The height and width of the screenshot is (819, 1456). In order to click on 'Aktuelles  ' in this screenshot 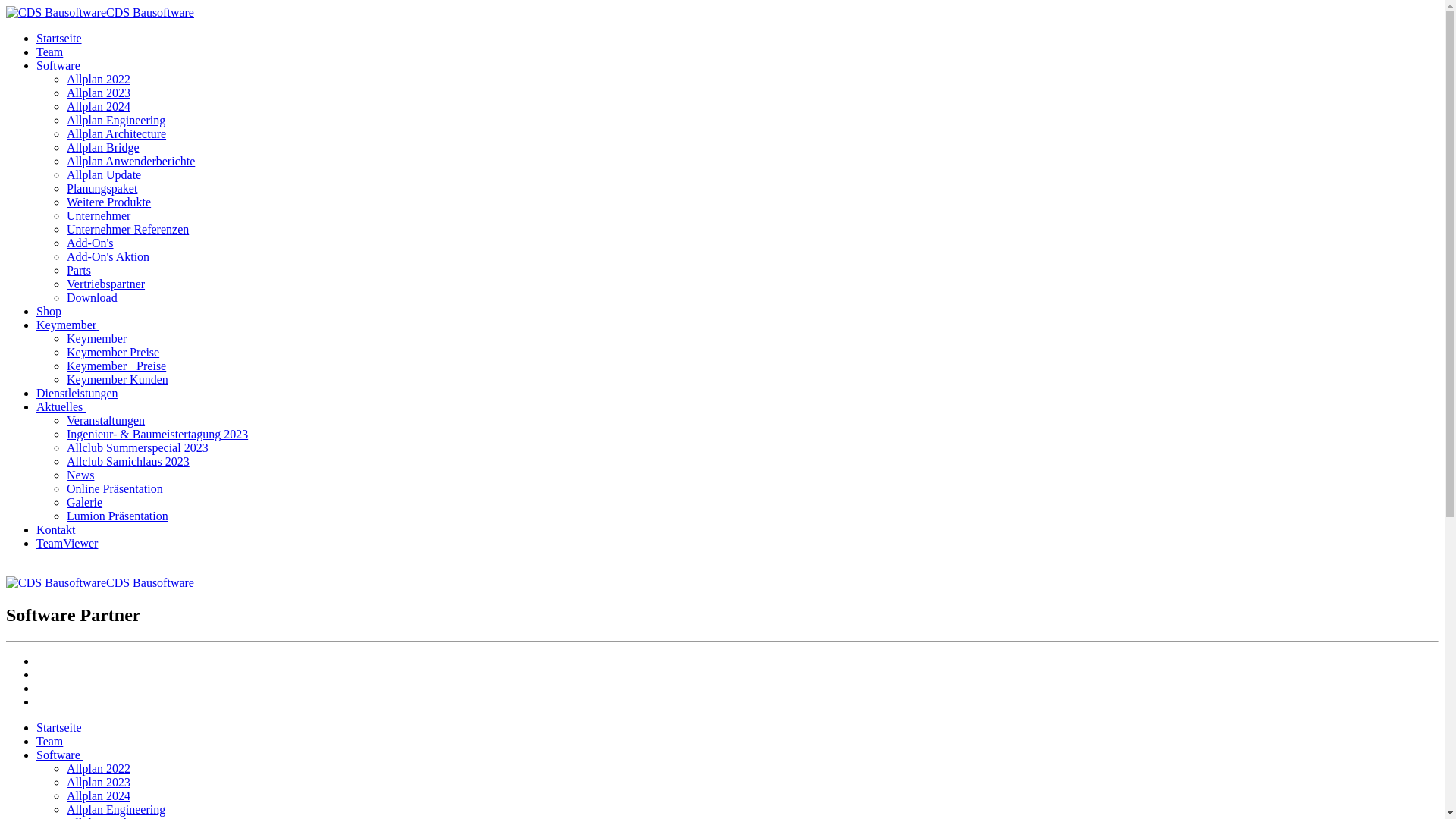, I will do `click(61, 406)`.